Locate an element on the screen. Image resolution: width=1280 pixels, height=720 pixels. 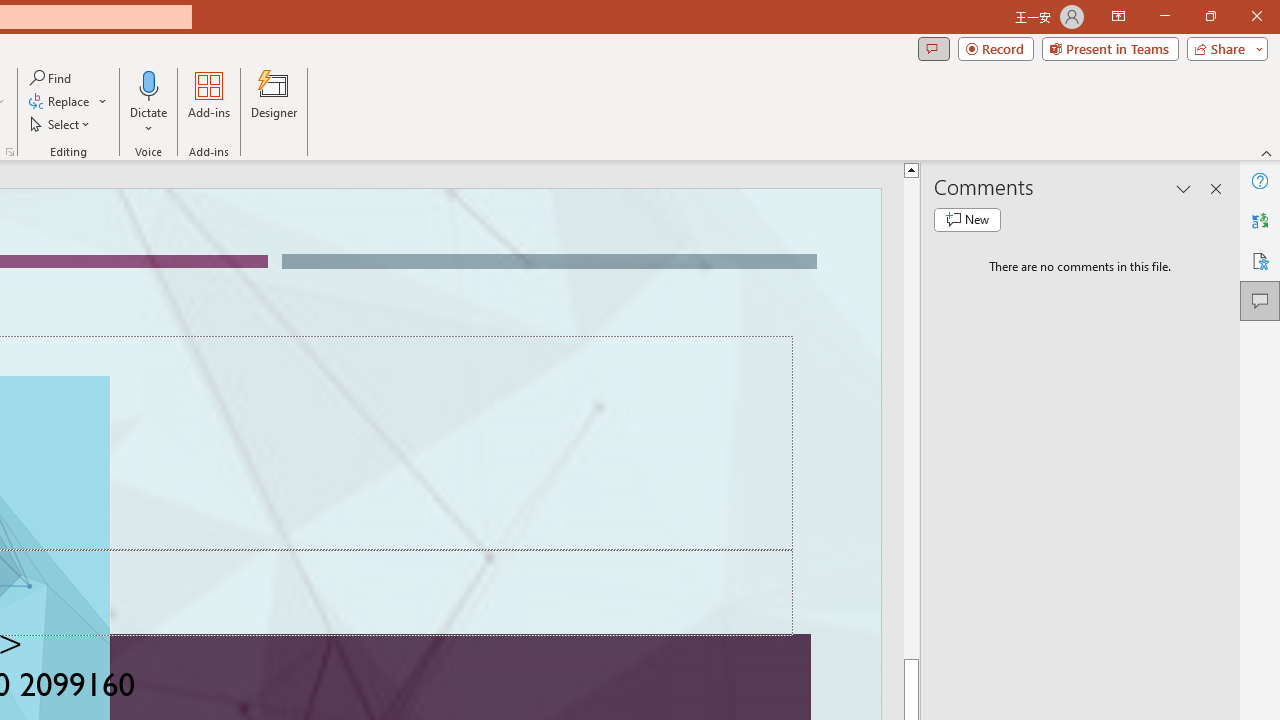
'New comment' is located at coordinates (967, 219).